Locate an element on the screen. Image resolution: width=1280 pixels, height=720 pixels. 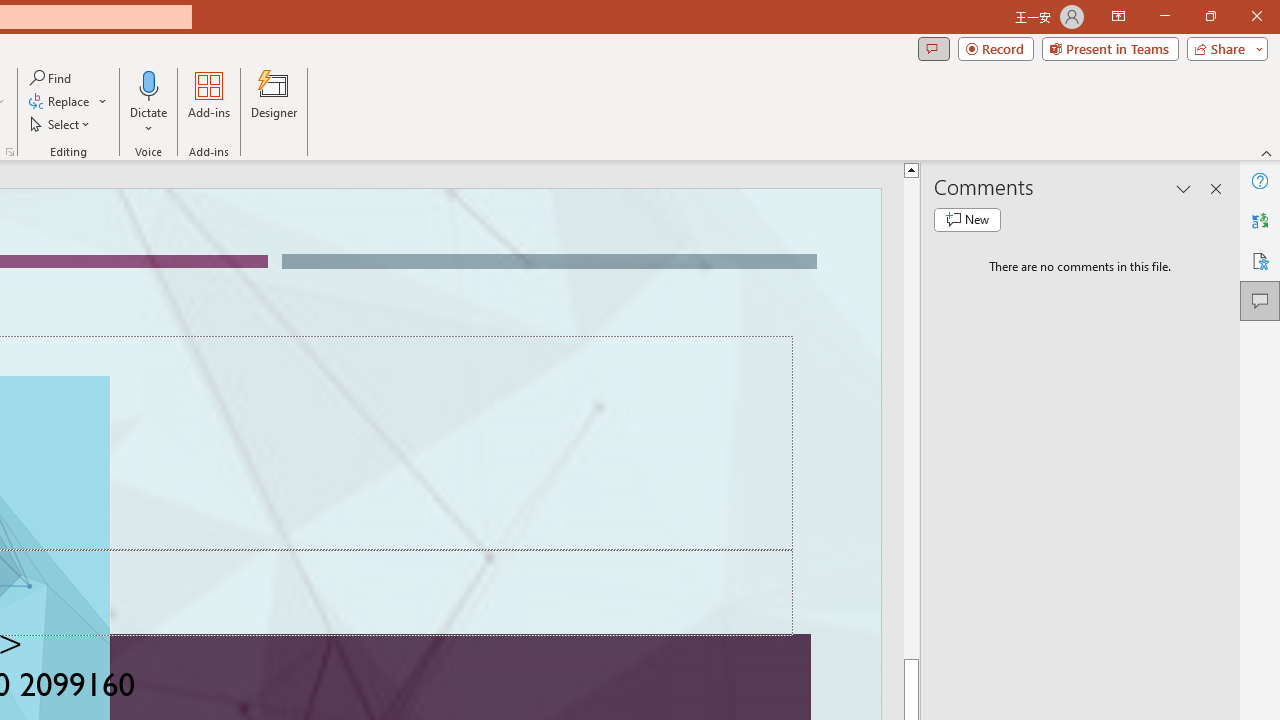
'New comment' is located at coordinates (967, 219).